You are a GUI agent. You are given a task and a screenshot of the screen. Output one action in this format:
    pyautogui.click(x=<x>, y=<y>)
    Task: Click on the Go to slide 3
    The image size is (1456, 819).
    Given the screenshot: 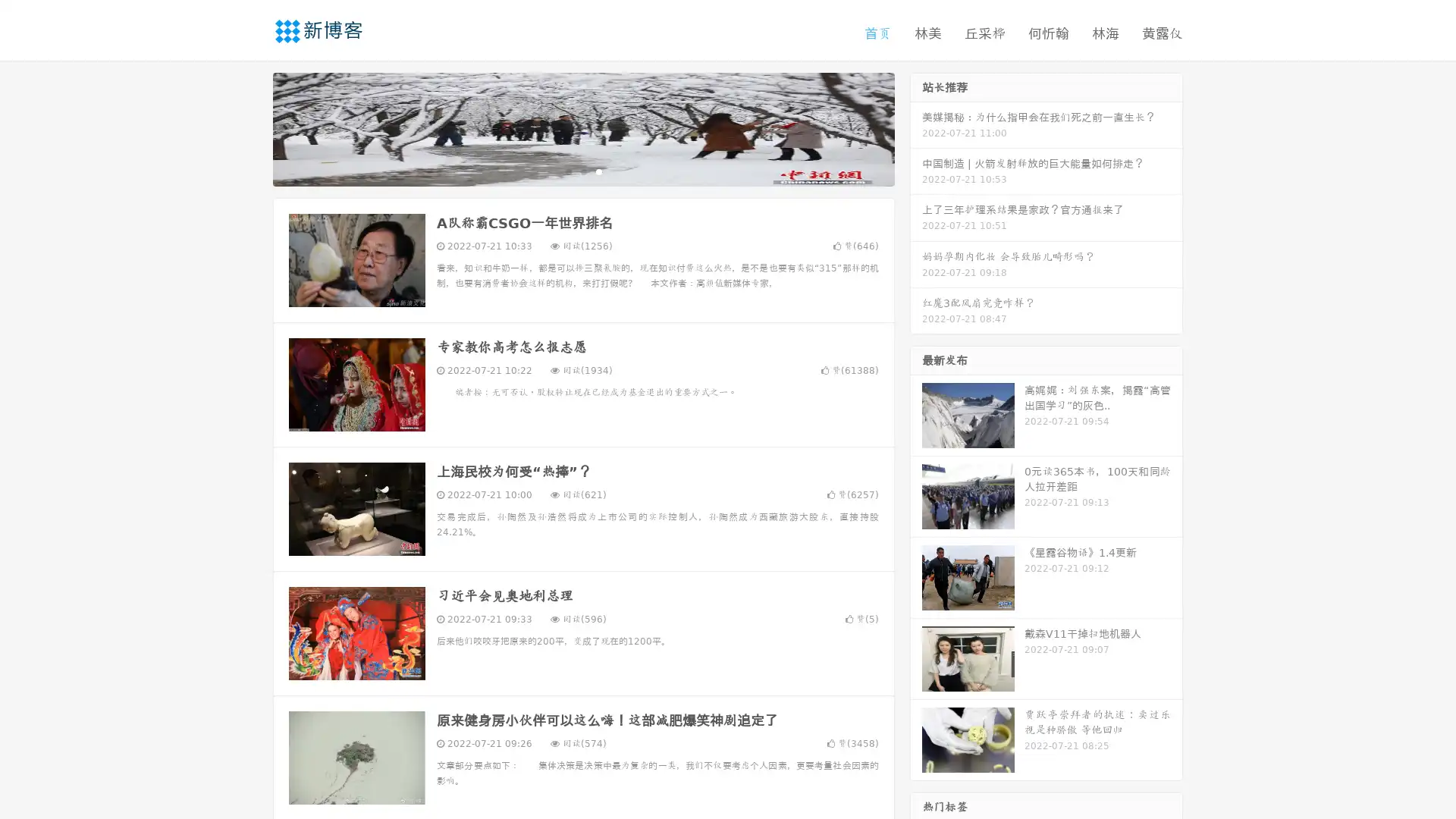 What is the action you would take?
    pyautogui.click(x=598, y=171)
    